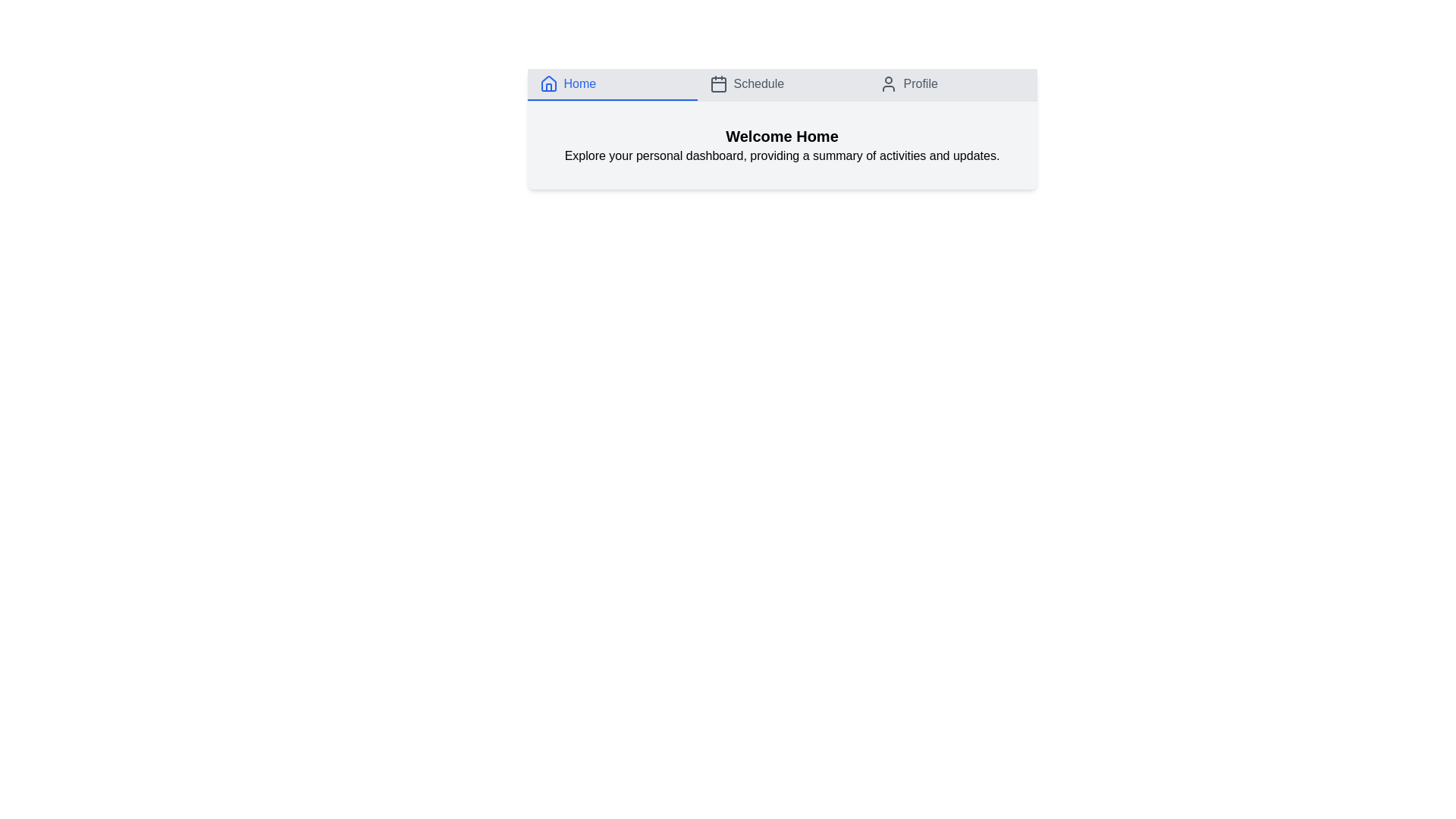 This screenshot has height=819, width=1456. What do you see at coordinates (612, 84) in the screenshot?
I see `the Home tab` at bounding box center [612, 84].